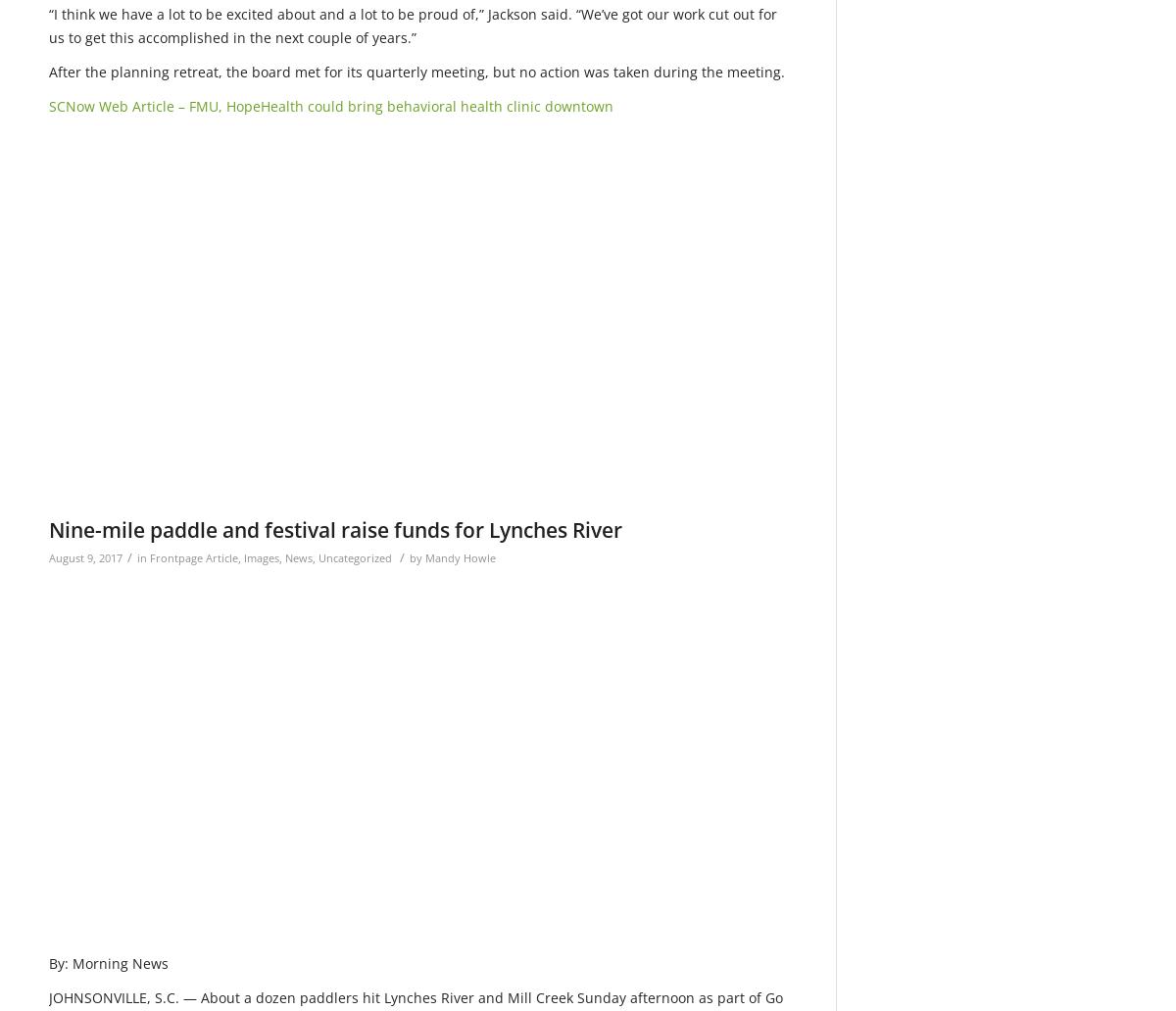 The height and width of the screenshot is (1011, 1176). I want to click on 'SCNow Web Article – FMU, HopeHealth could bring behavioral health clinic downtown', so click(49, 105).